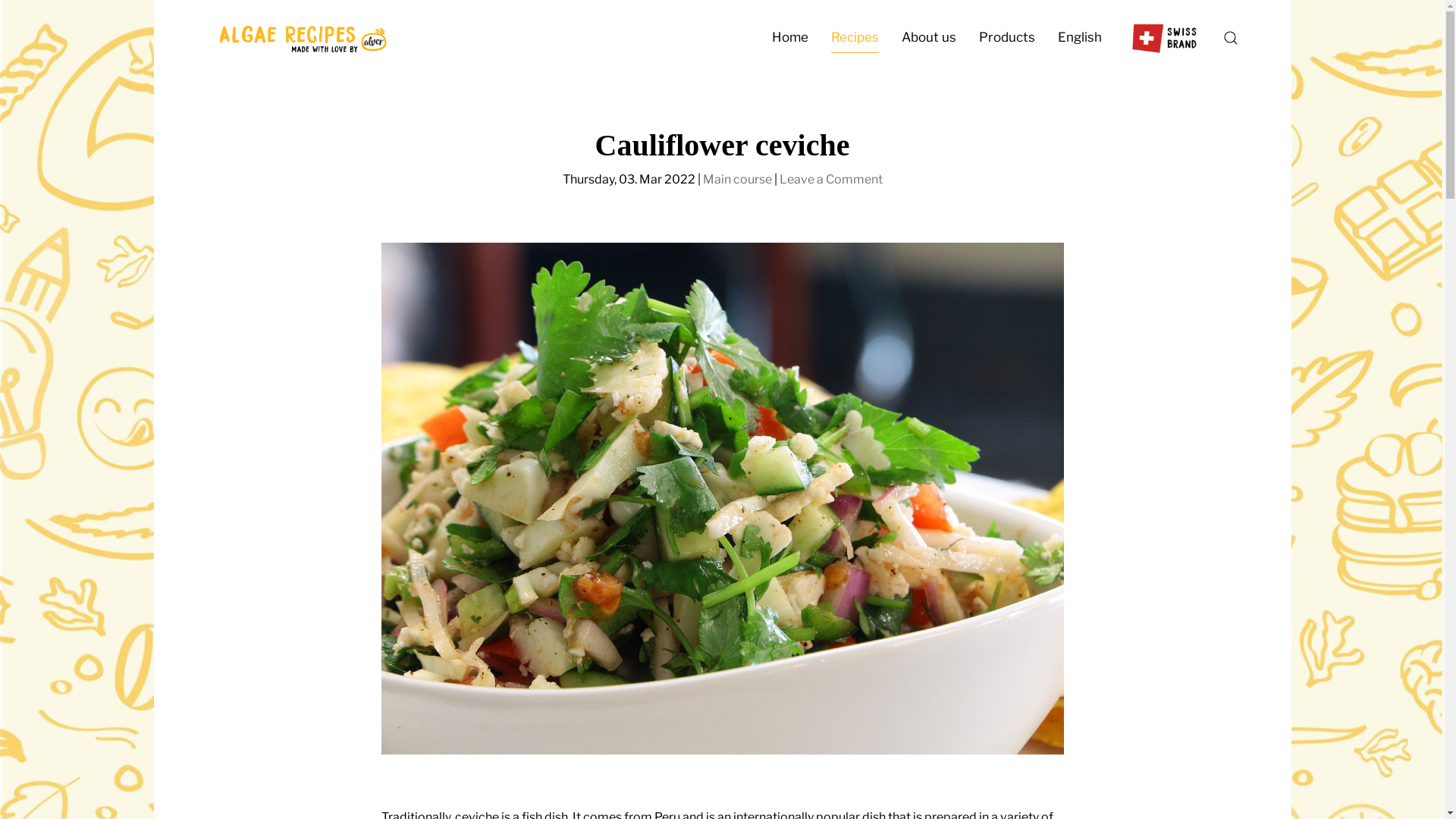 This screenshot has height=819, width=1456. Describe the element at coordinates (736, 178) in the screenshot. I see `'Main course'` at that location.